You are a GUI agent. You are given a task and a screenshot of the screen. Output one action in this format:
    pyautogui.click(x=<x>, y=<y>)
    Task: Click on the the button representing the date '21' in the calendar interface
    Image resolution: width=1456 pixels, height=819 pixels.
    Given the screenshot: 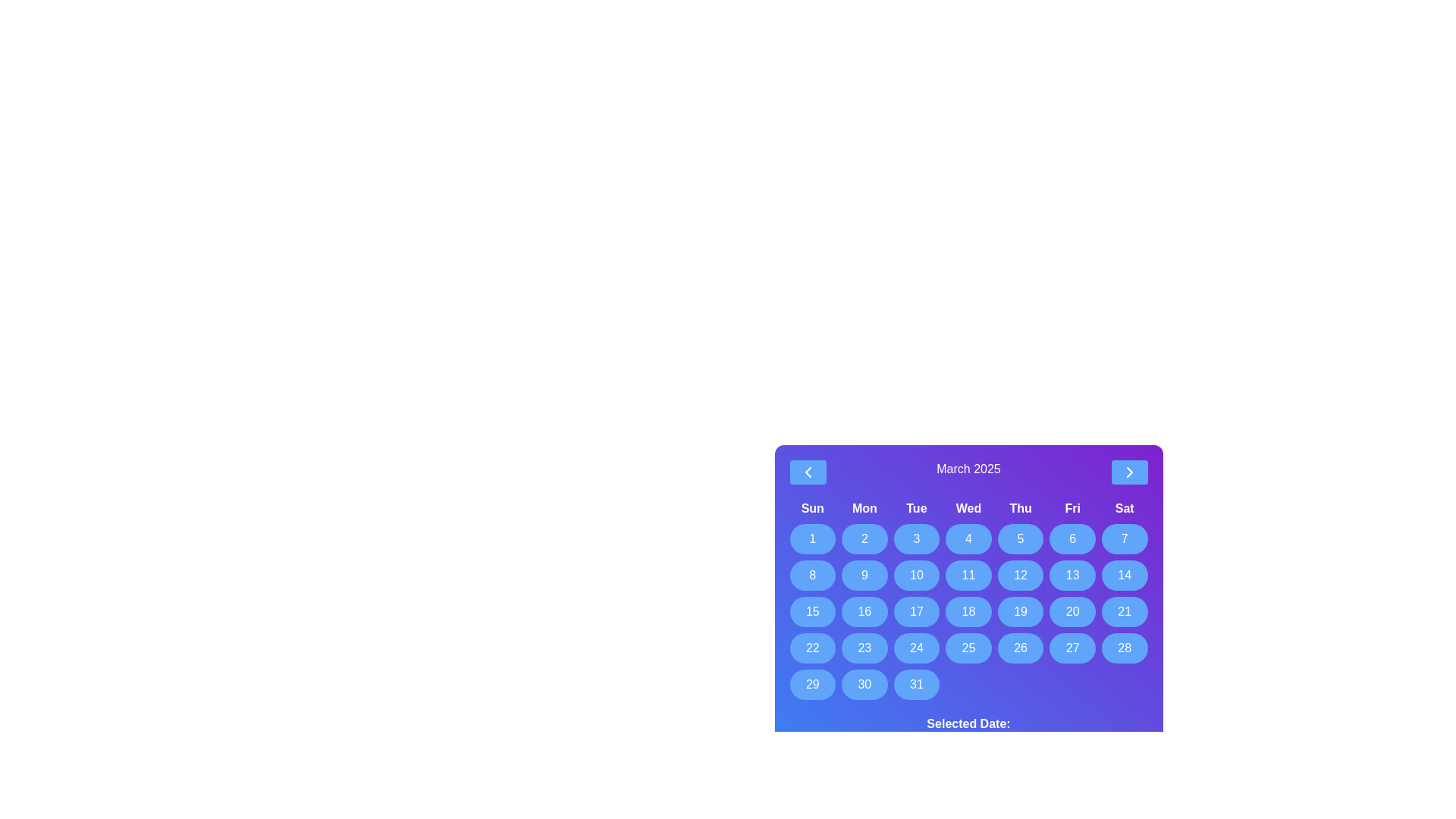 What is the action you would take?
    pyautogui.click(x=1125, y=610)
    